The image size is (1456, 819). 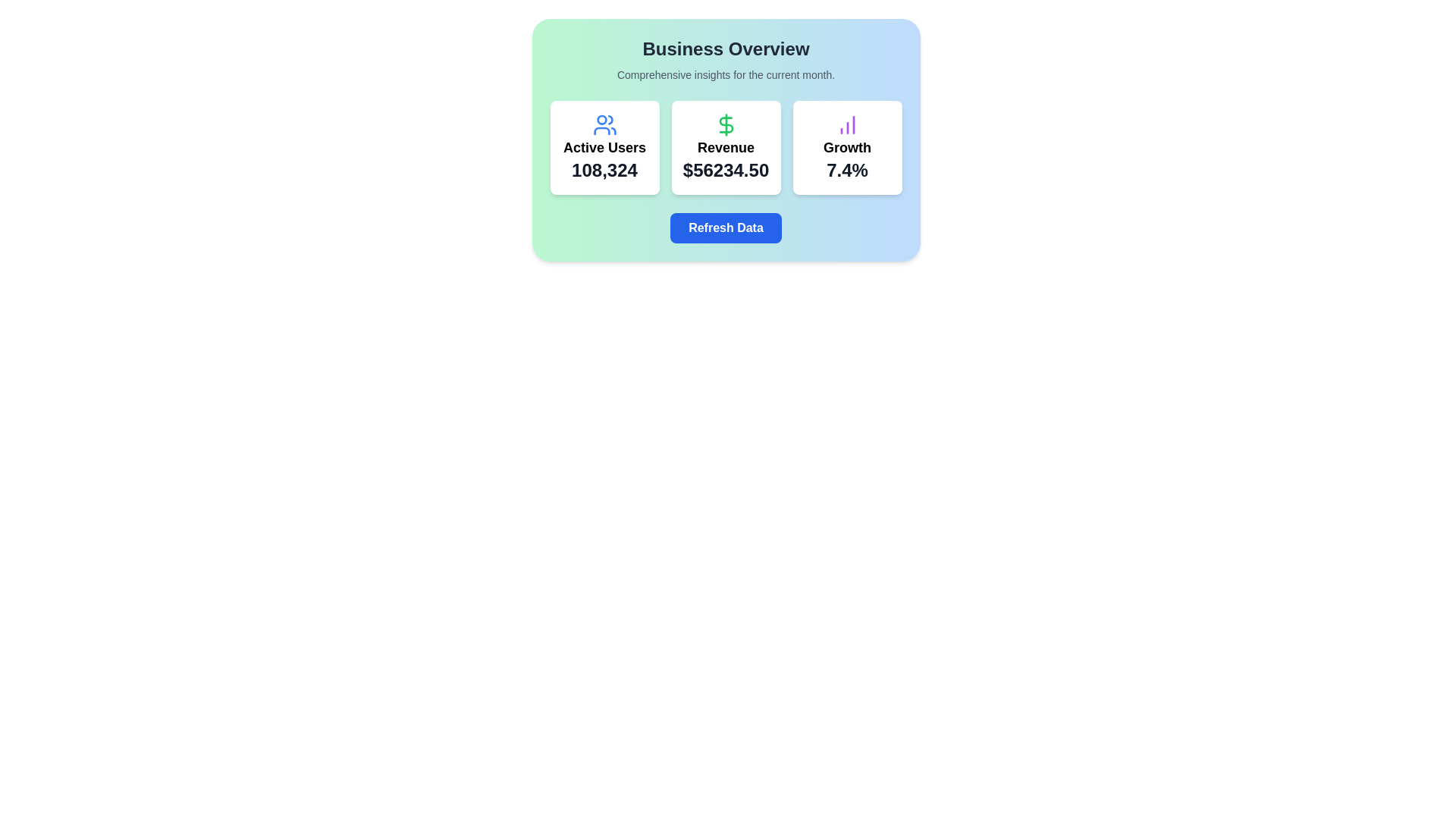 What do you see at coordinates (846, 148) in the screenshot?
I see `the Display card element that represents 'Growth' with a purple bar graph icon and shows a percentage of '7.4%', located at the bottom-right section of the 'Business Overview' panel` at bounding box center [846, 148].